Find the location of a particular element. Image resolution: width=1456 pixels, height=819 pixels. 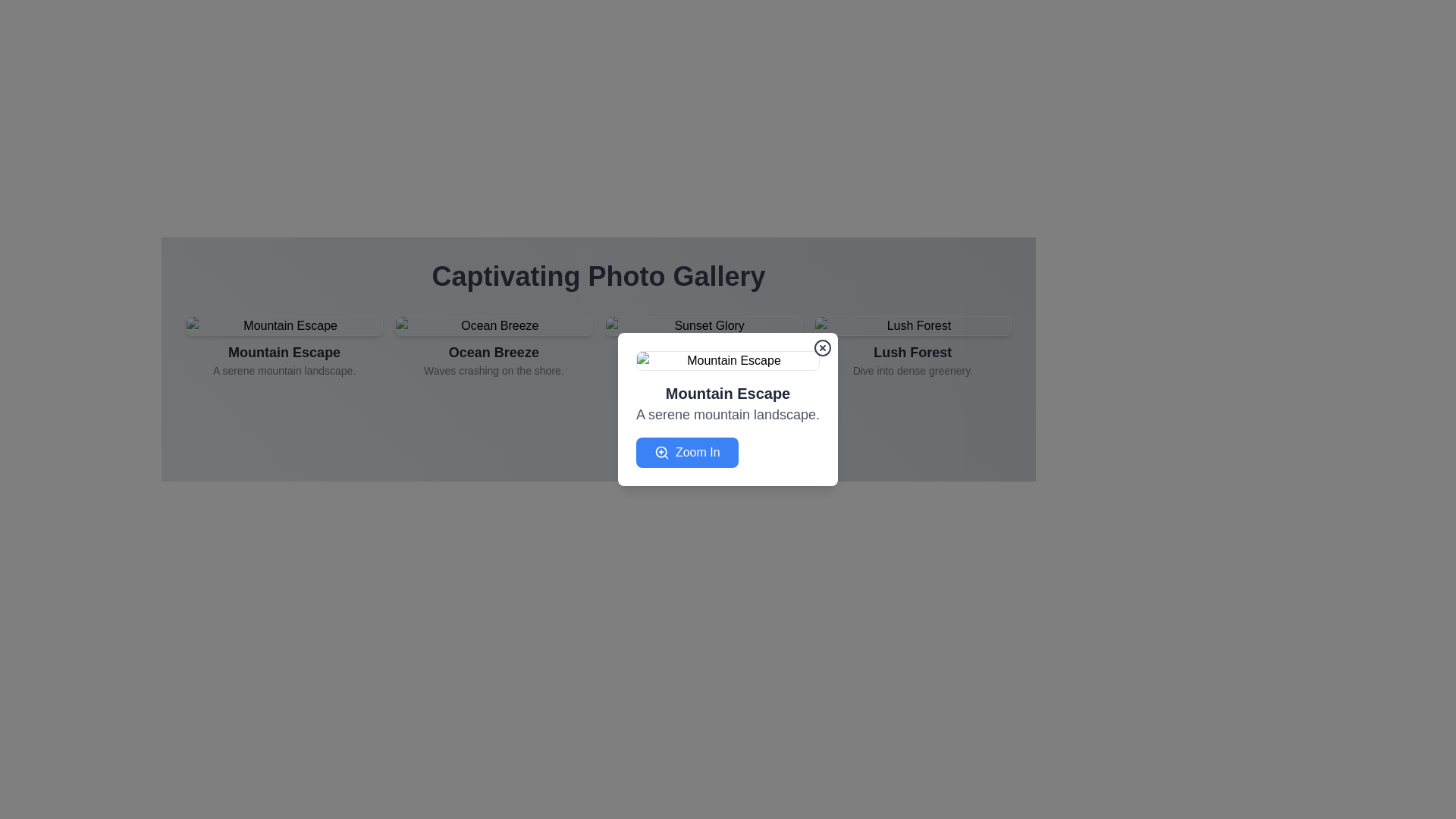

the 'Ocean Breeze' image placeholder in the gallery, which is the second entry from the left is located at coordinates (494, 325).